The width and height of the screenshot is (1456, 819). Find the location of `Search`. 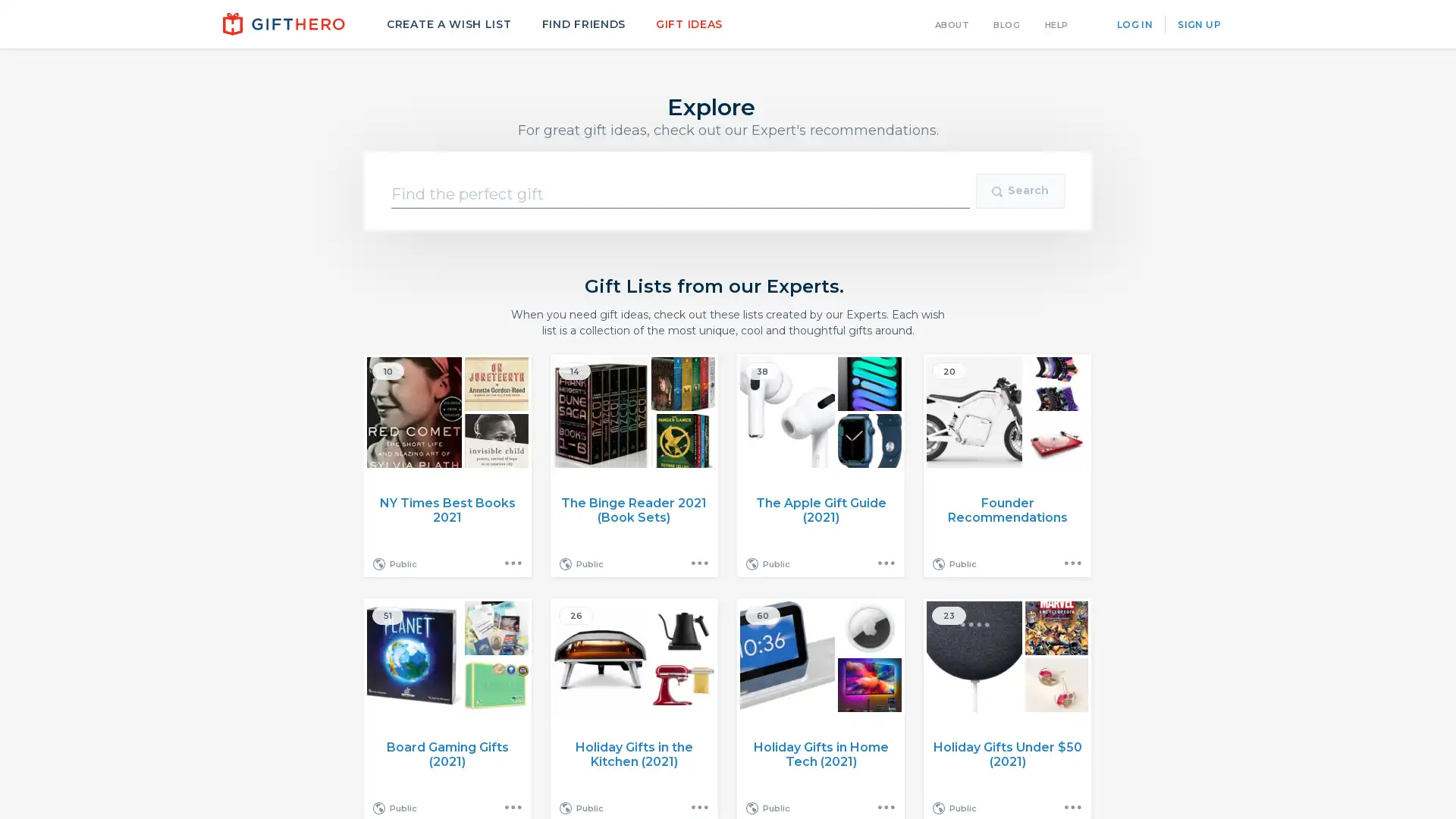

Search is located at coordinates (1020, 190).